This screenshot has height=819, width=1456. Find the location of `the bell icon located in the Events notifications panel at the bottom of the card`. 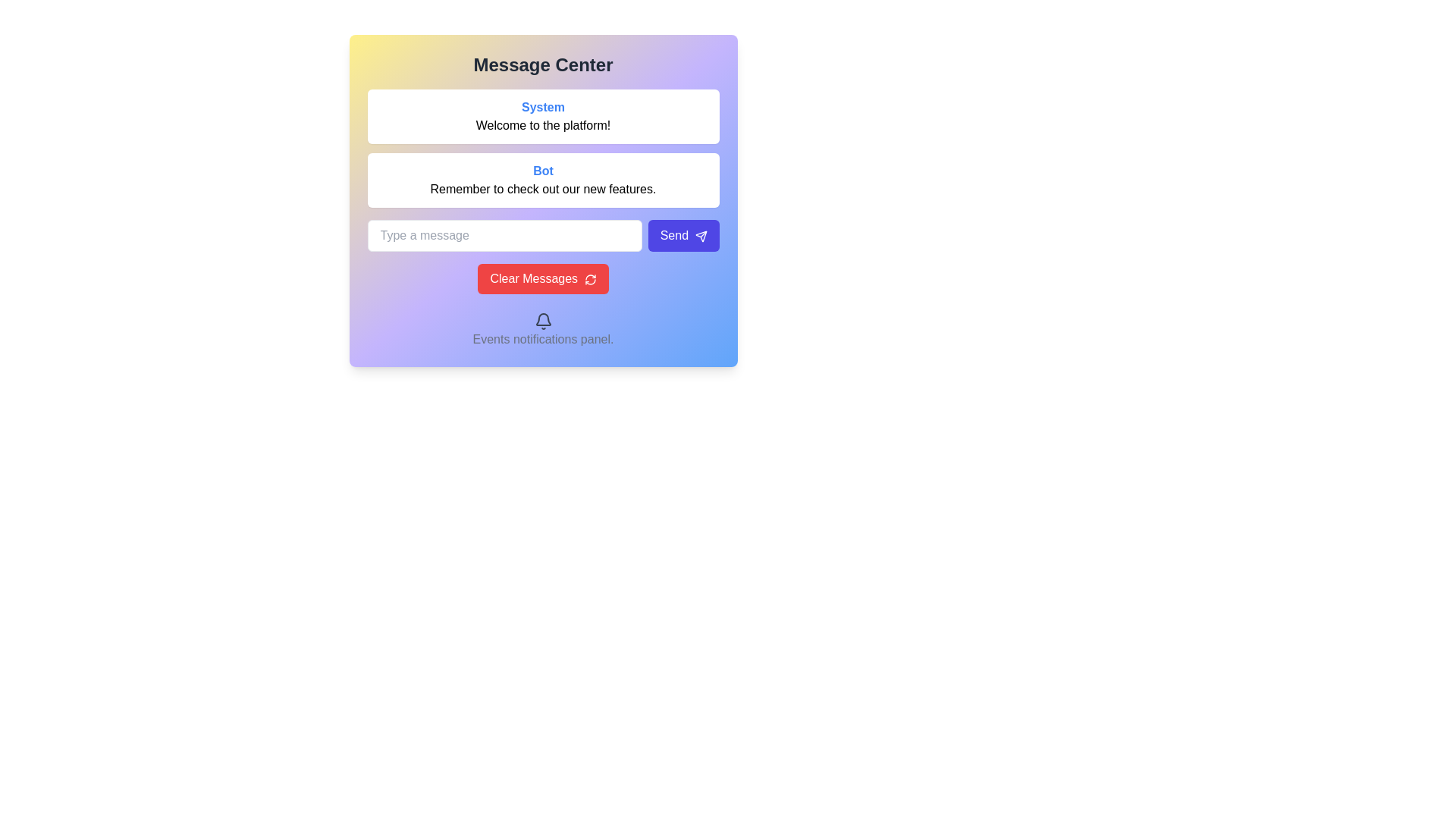

the bell icon located in the Events notifications panel at the bottom of the card is located at coordinates (543, 321).